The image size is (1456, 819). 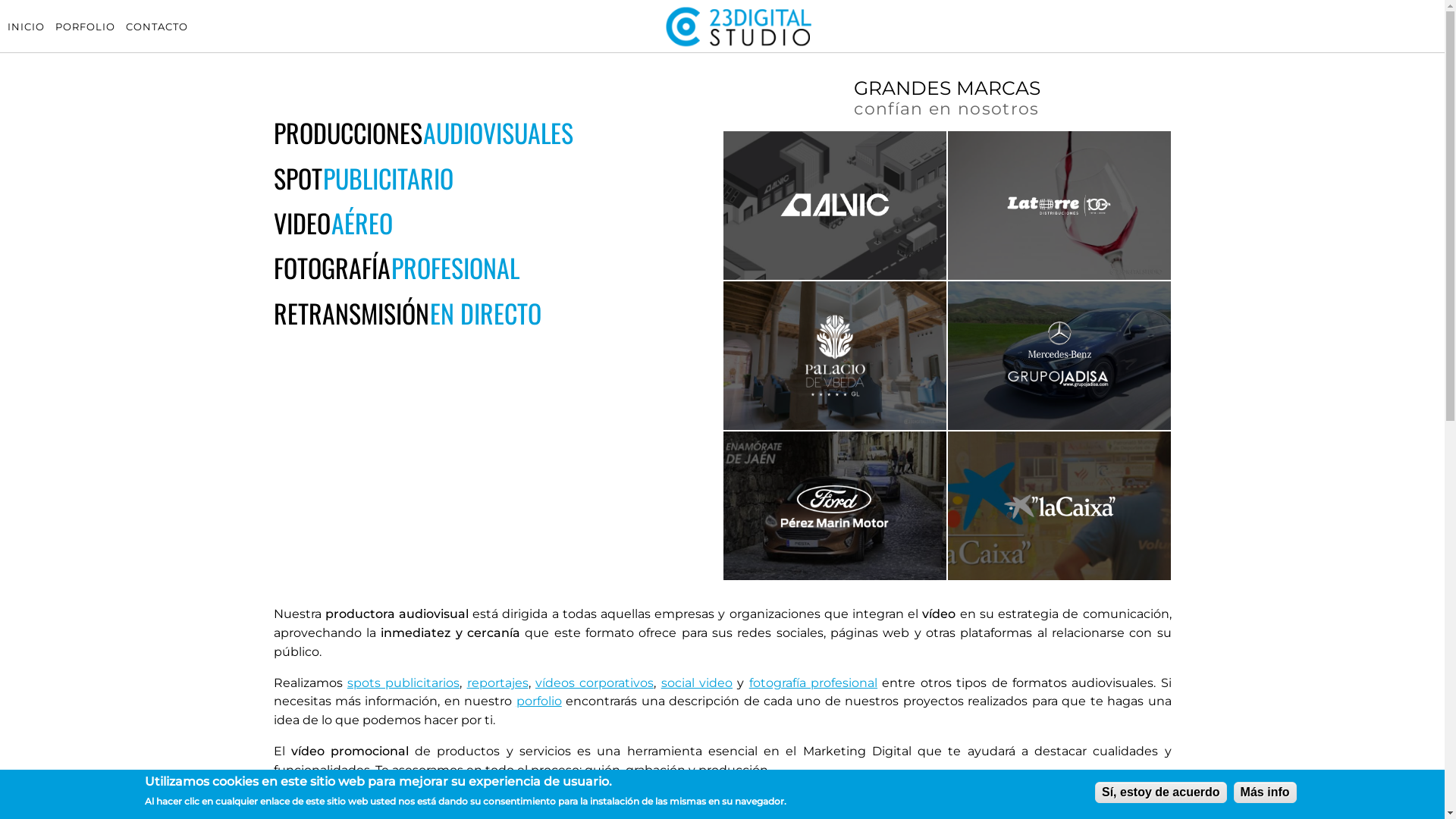 What do you see at coordinates (0, 0) in the screenshot?
I see `'Pasar al contenido principal'` at bounding box center [0, 0].